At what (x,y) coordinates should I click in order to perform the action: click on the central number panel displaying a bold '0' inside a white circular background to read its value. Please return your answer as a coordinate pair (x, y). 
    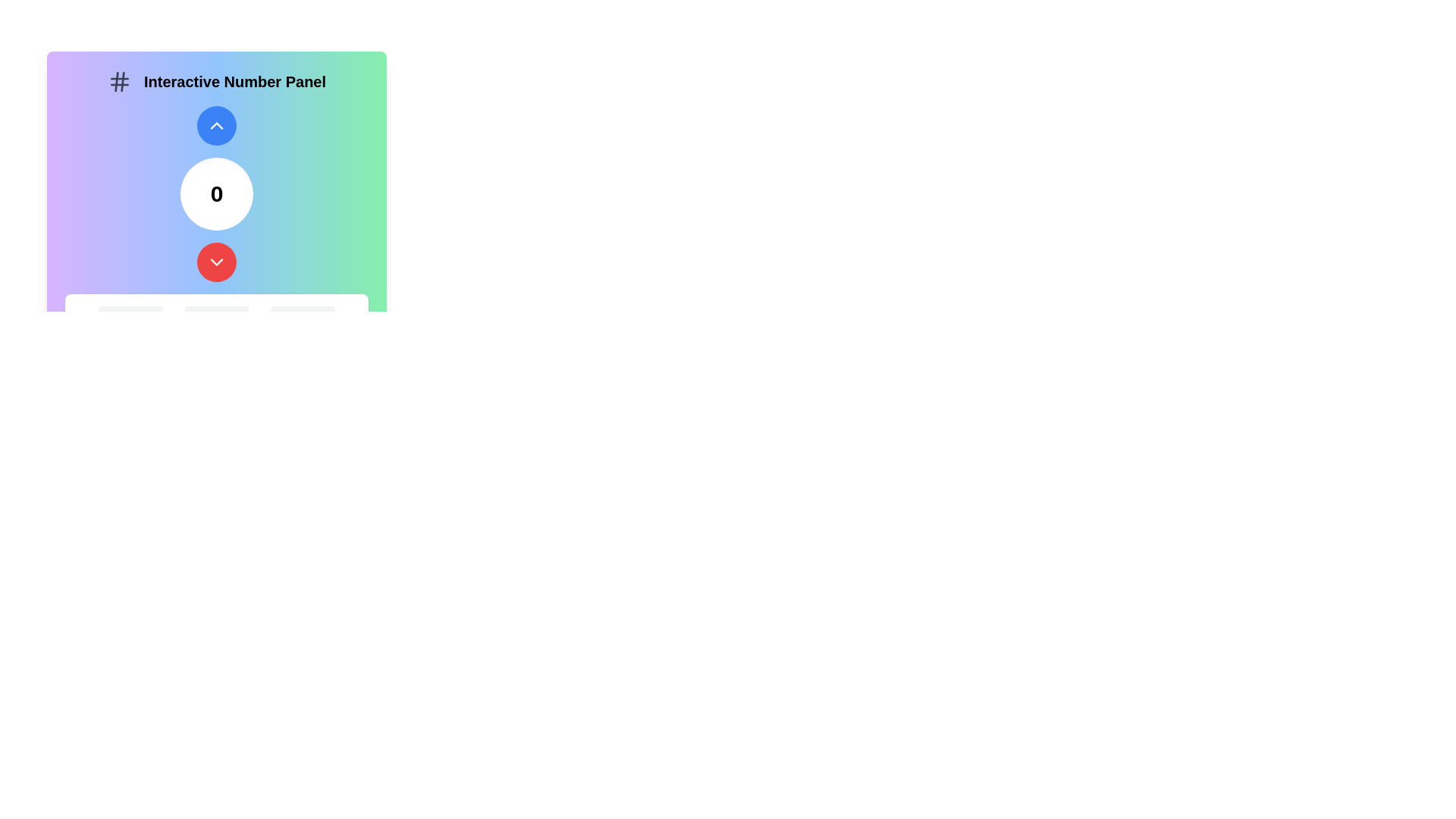
    Looking at the image, I should click on (216, 193).